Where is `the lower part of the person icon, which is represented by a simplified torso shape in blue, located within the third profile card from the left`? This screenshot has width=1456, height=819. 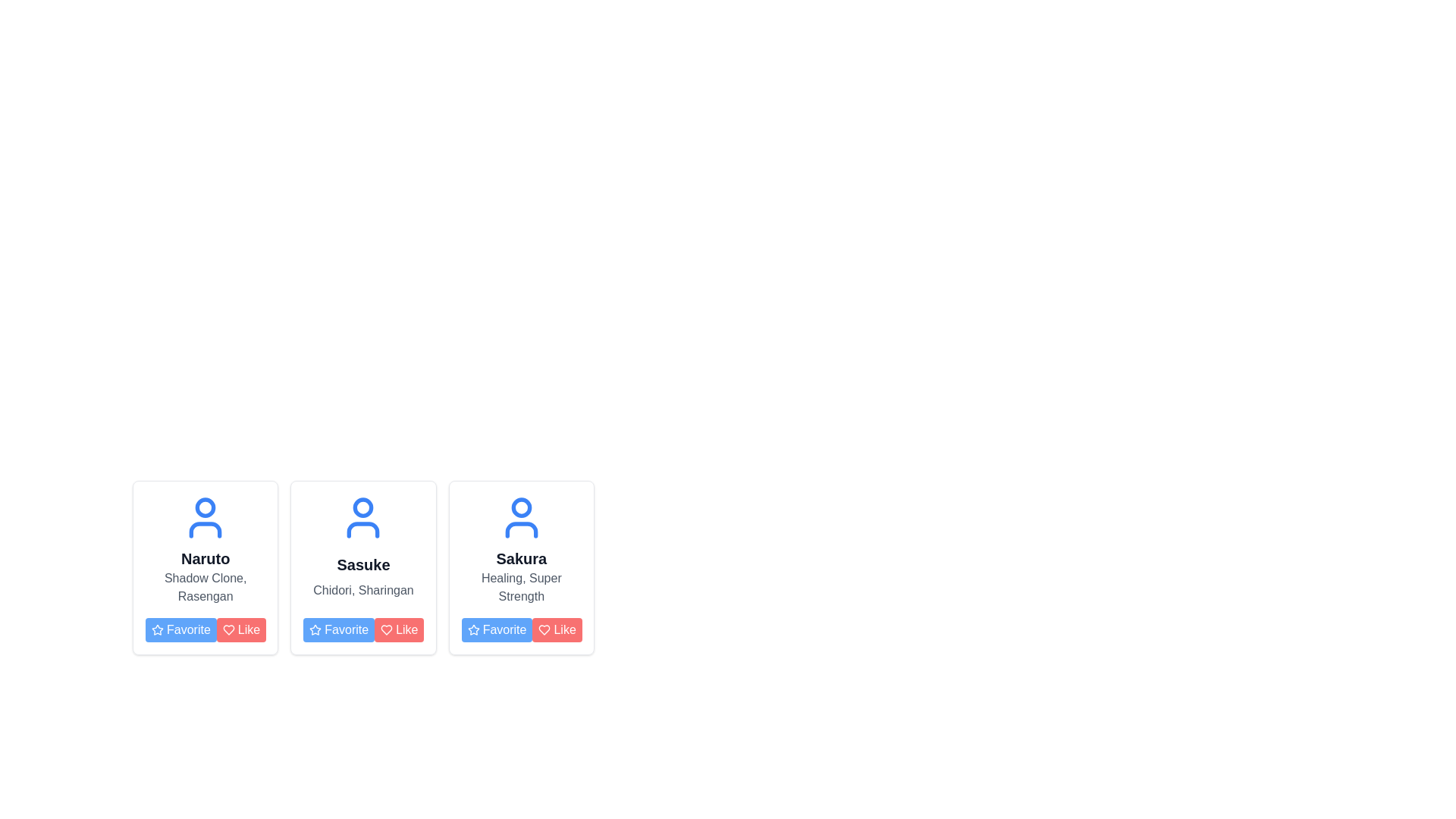 the lower part of the person icon, which is represented by a simplified torso shape in blue, located within the third profile card from the left is located at coordinates (521, 529).